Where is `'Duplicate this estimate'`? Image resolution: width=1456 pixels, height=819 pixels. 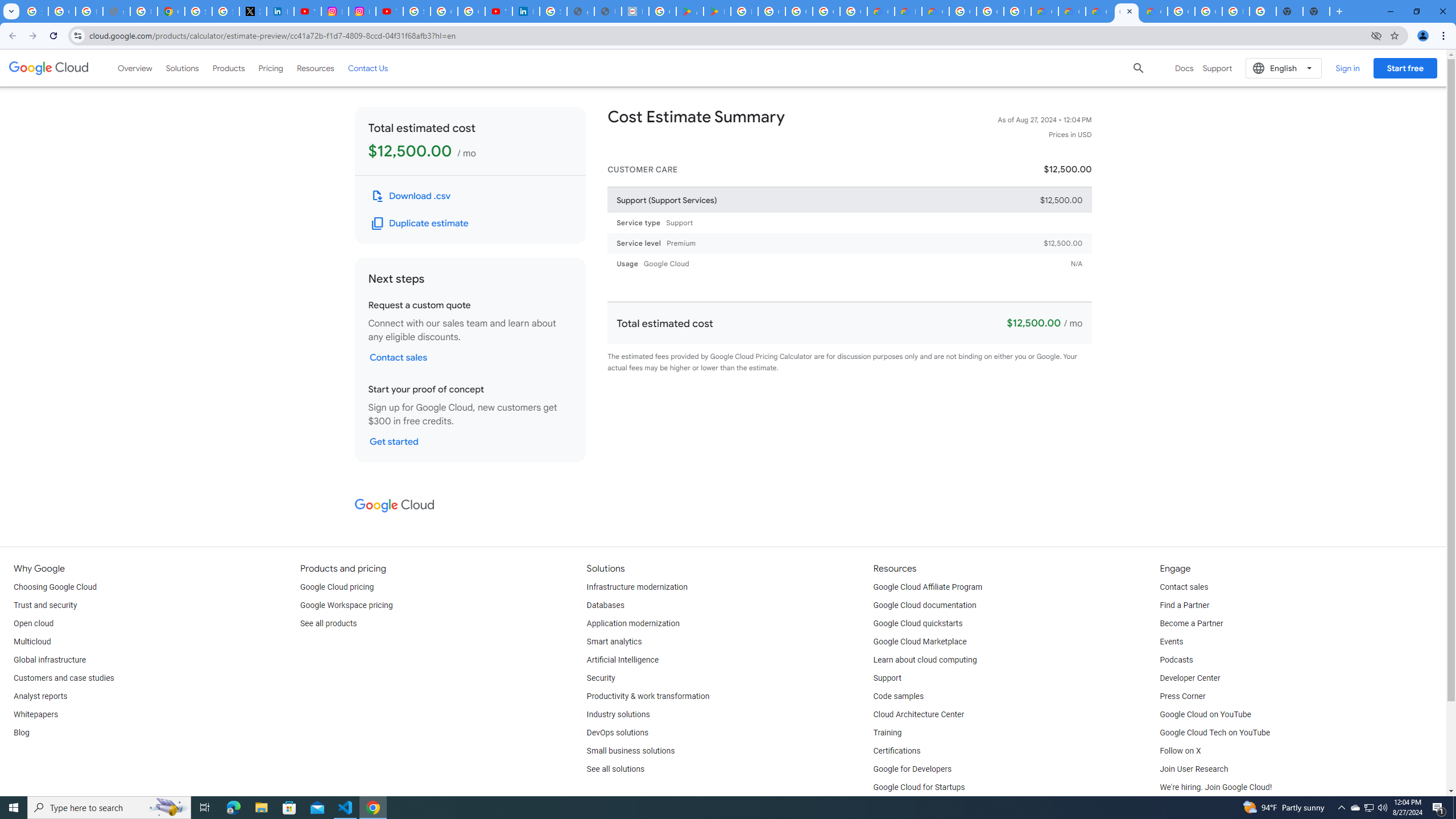
'Duplicate this estimate' is located at coordinates (420, 223).